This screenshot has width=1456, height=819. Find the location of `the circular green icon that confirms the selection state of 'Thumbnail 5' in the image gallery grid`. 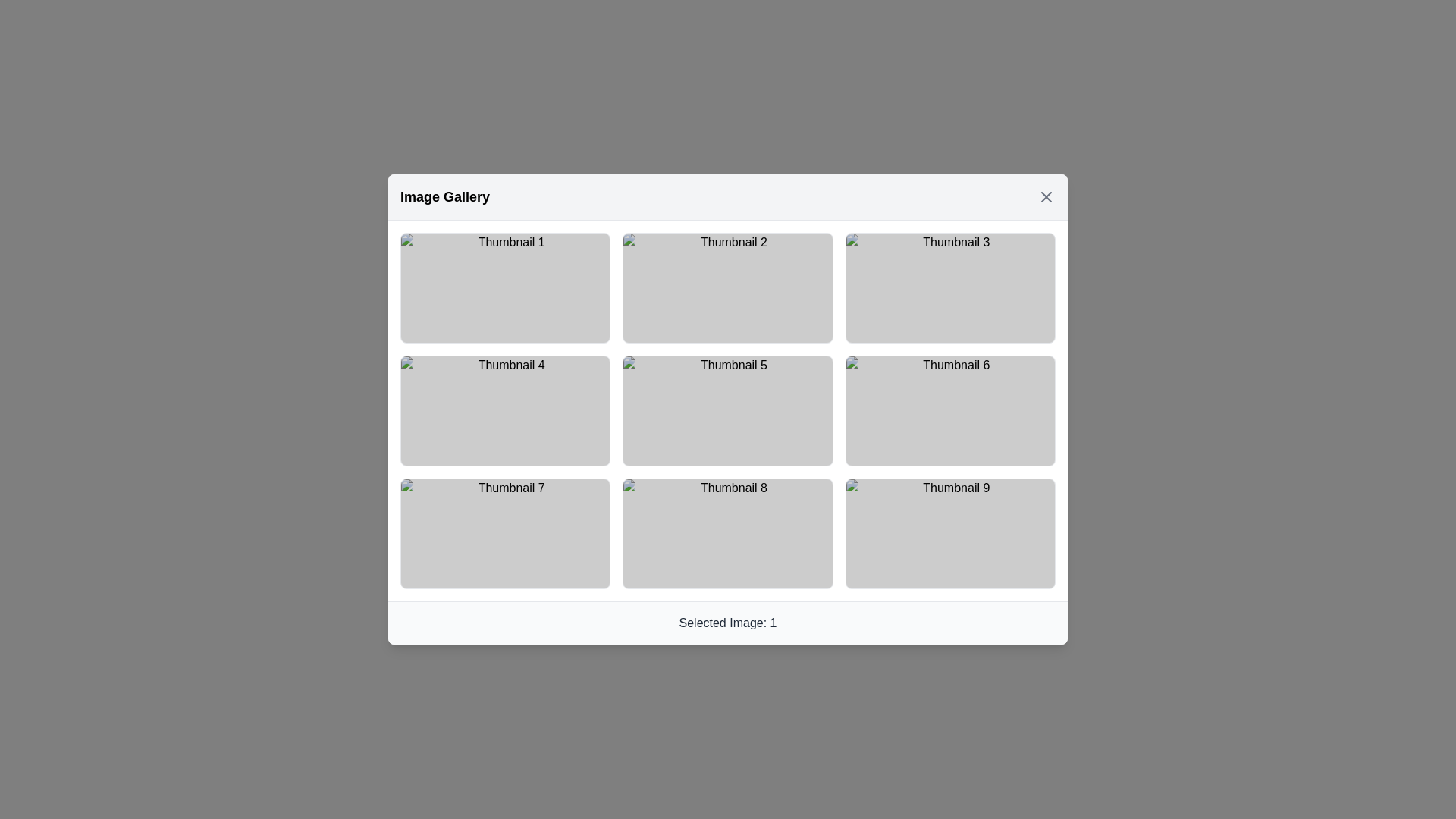

the circular green icon that confirms the selection state of 'Thumbnail 5' in the image gallery grid is located at coordinates (731, 406).